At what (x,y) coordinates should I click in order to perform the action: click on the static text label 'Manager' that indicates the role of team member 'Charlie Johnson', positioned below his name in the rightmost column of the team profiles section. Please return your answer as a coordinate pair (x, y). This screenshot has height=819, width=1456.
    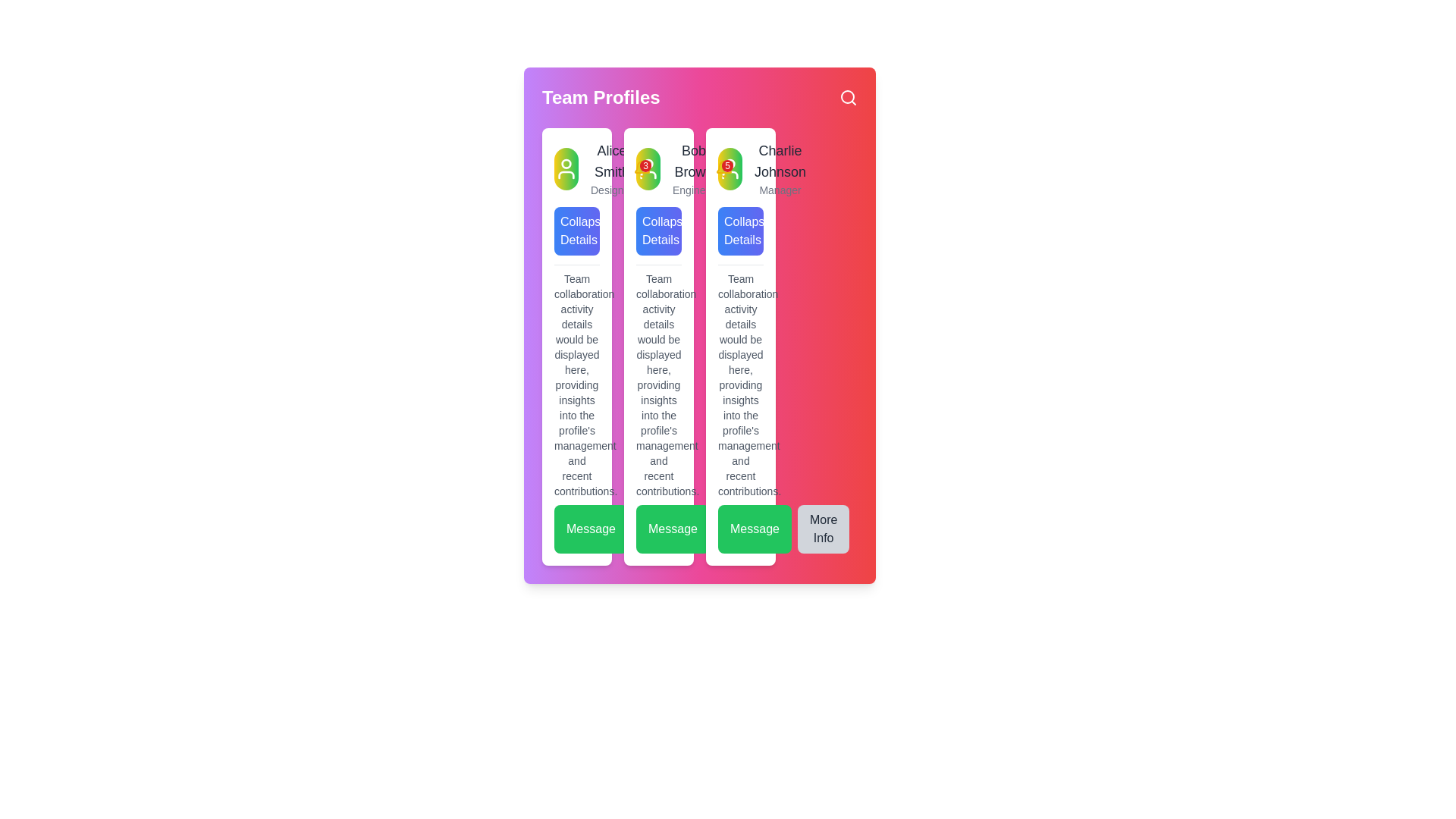
    Looking at the image, I should click on (780, 189).